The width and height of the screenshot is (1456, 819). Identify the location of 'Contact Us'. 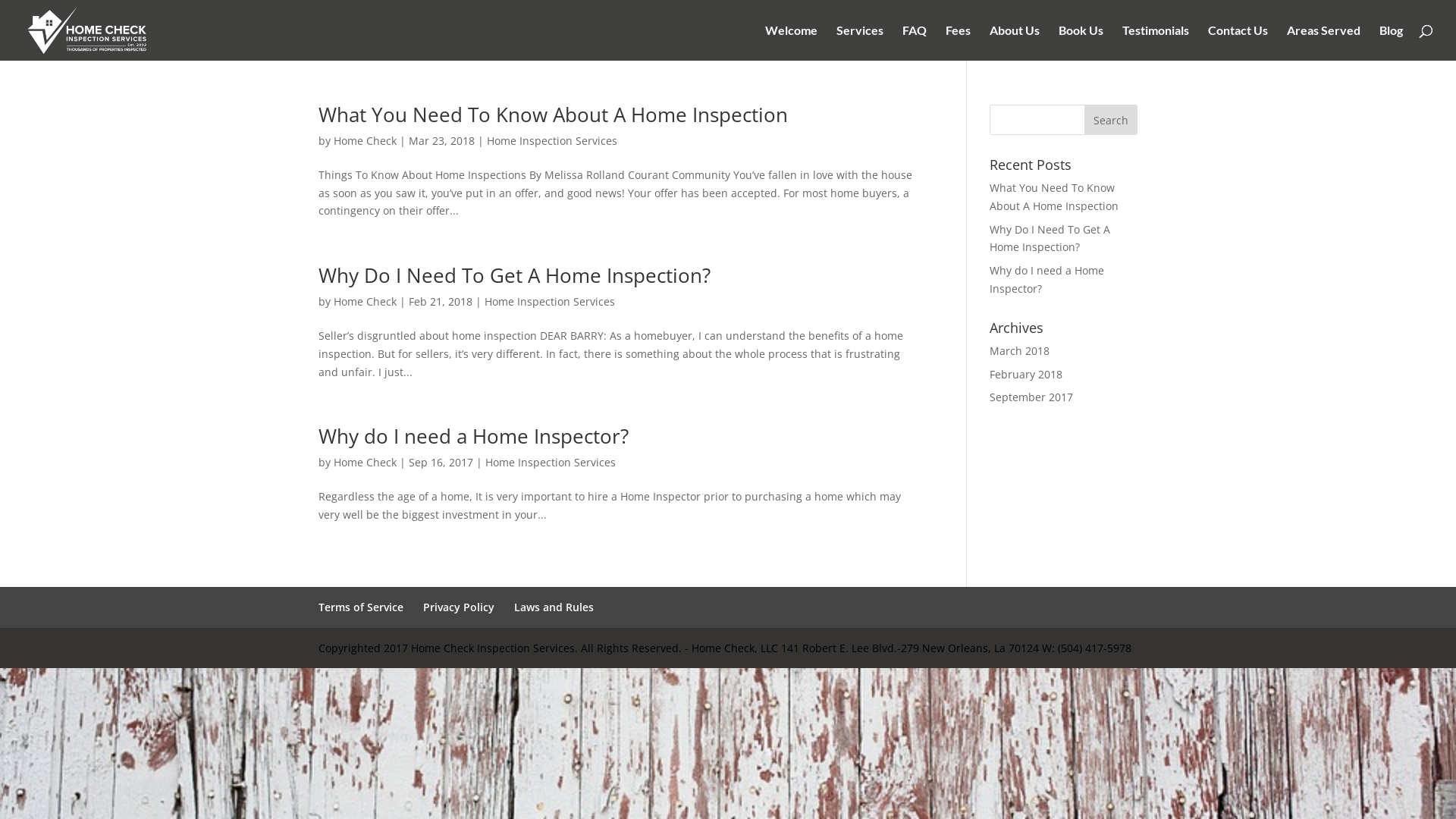
(1238, 42).